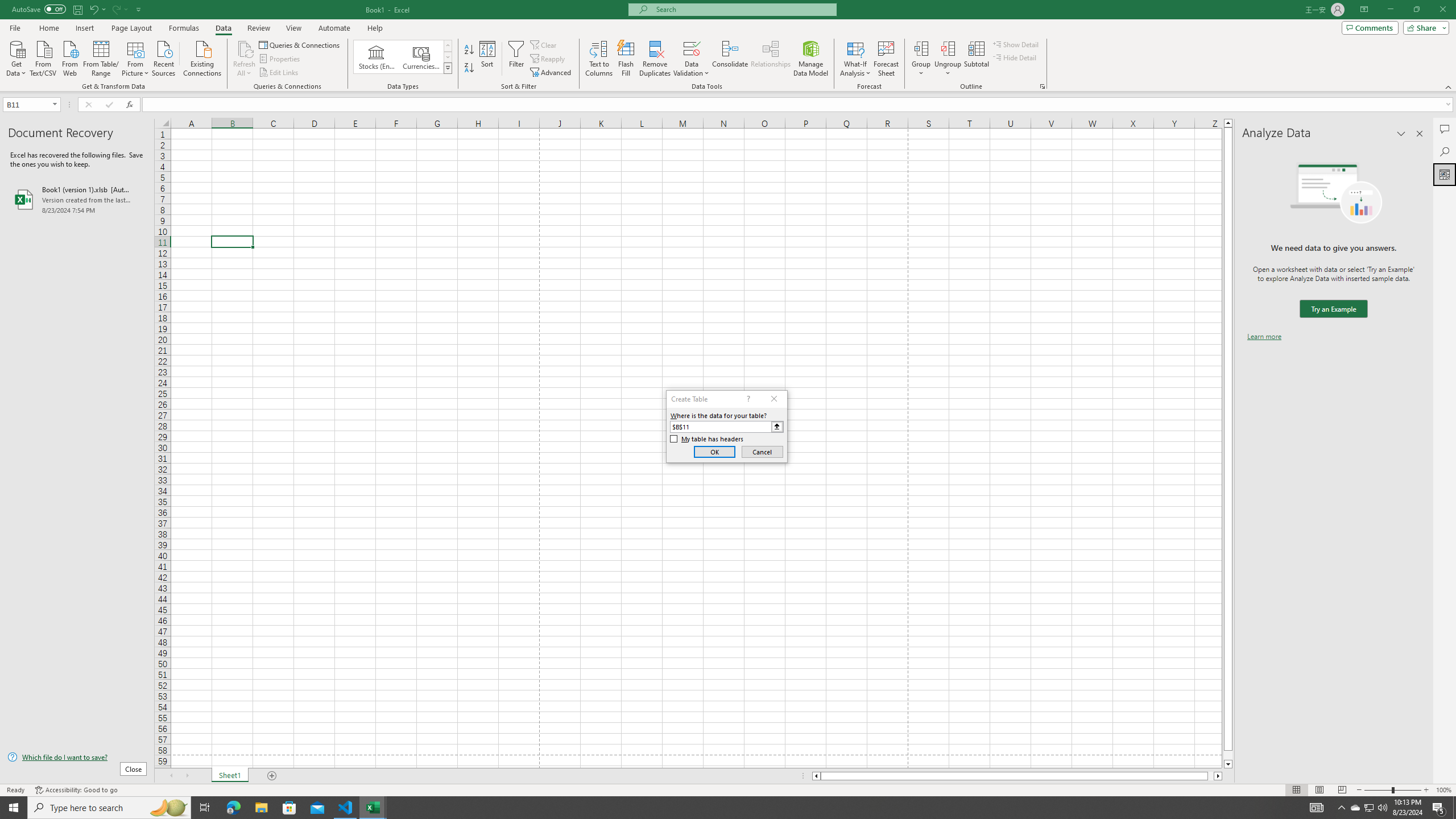  I want to click on 'Row Down', so click(448, 56).